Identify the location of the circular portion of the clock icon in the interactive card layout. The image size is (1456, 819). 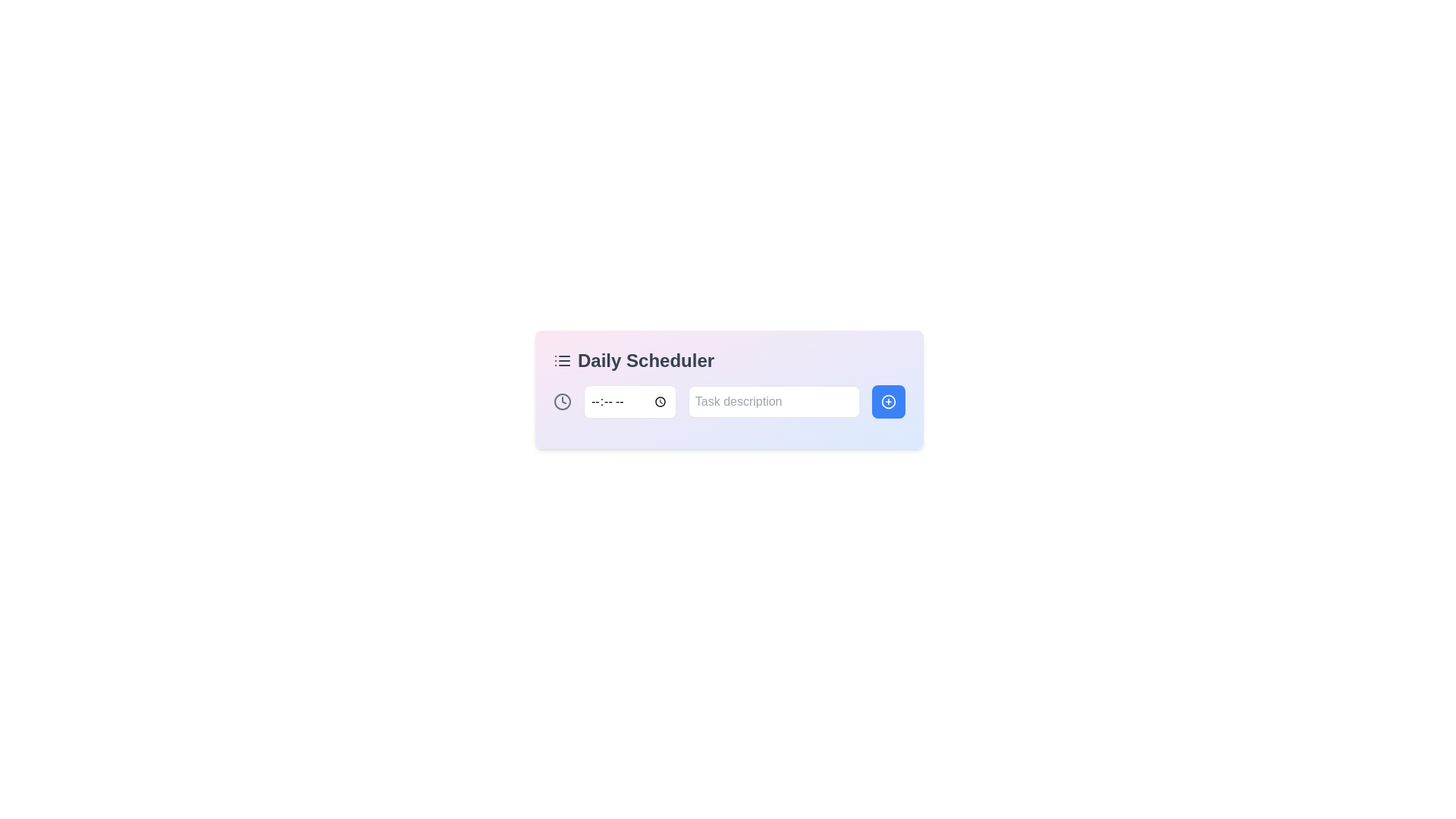
(562, 400).